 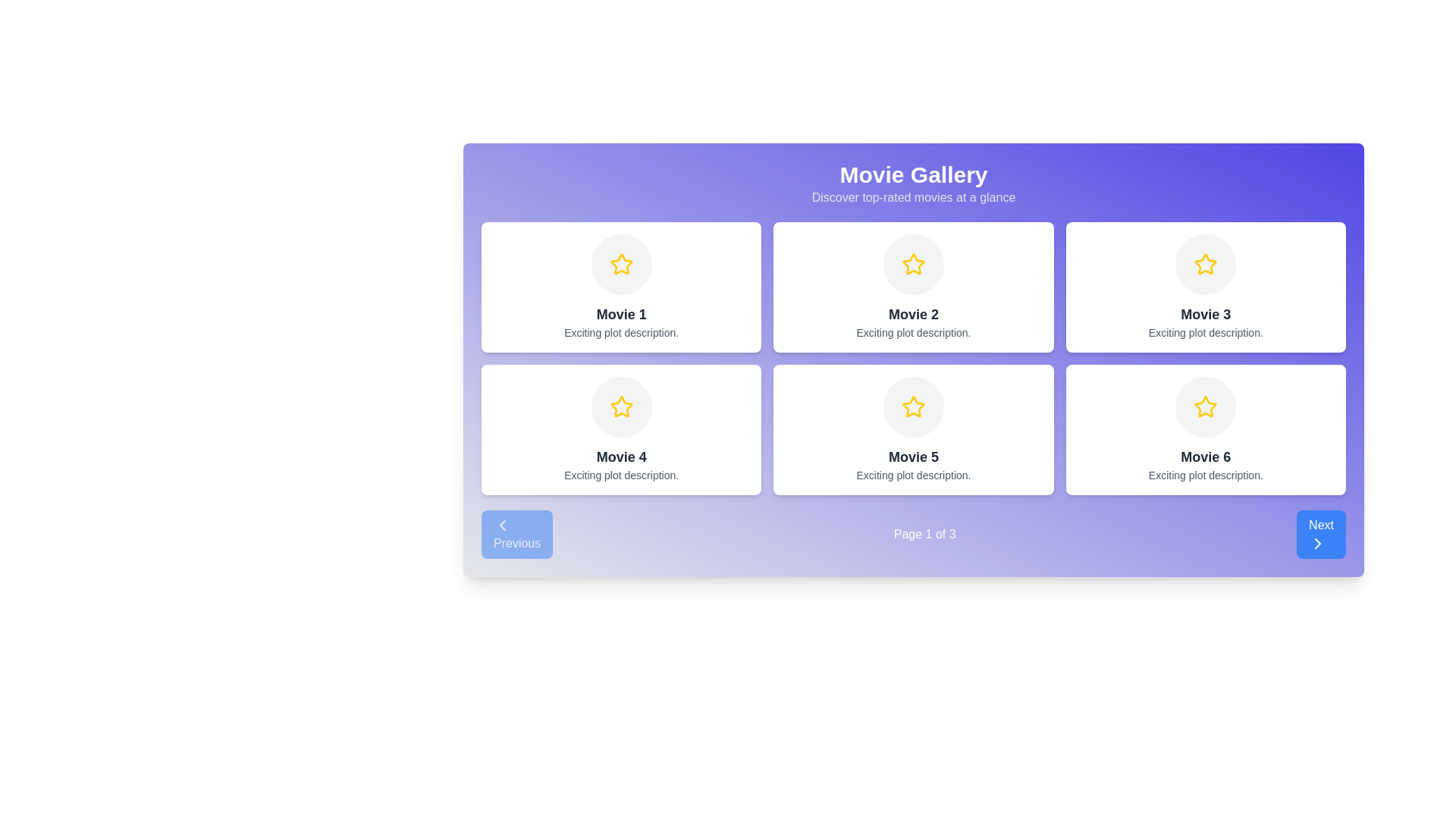 I want to click on the star icon with a yellow outline and transparent fill located at the top of the 'Movie 5' card in the grid layout, so click(x=912, y=406).